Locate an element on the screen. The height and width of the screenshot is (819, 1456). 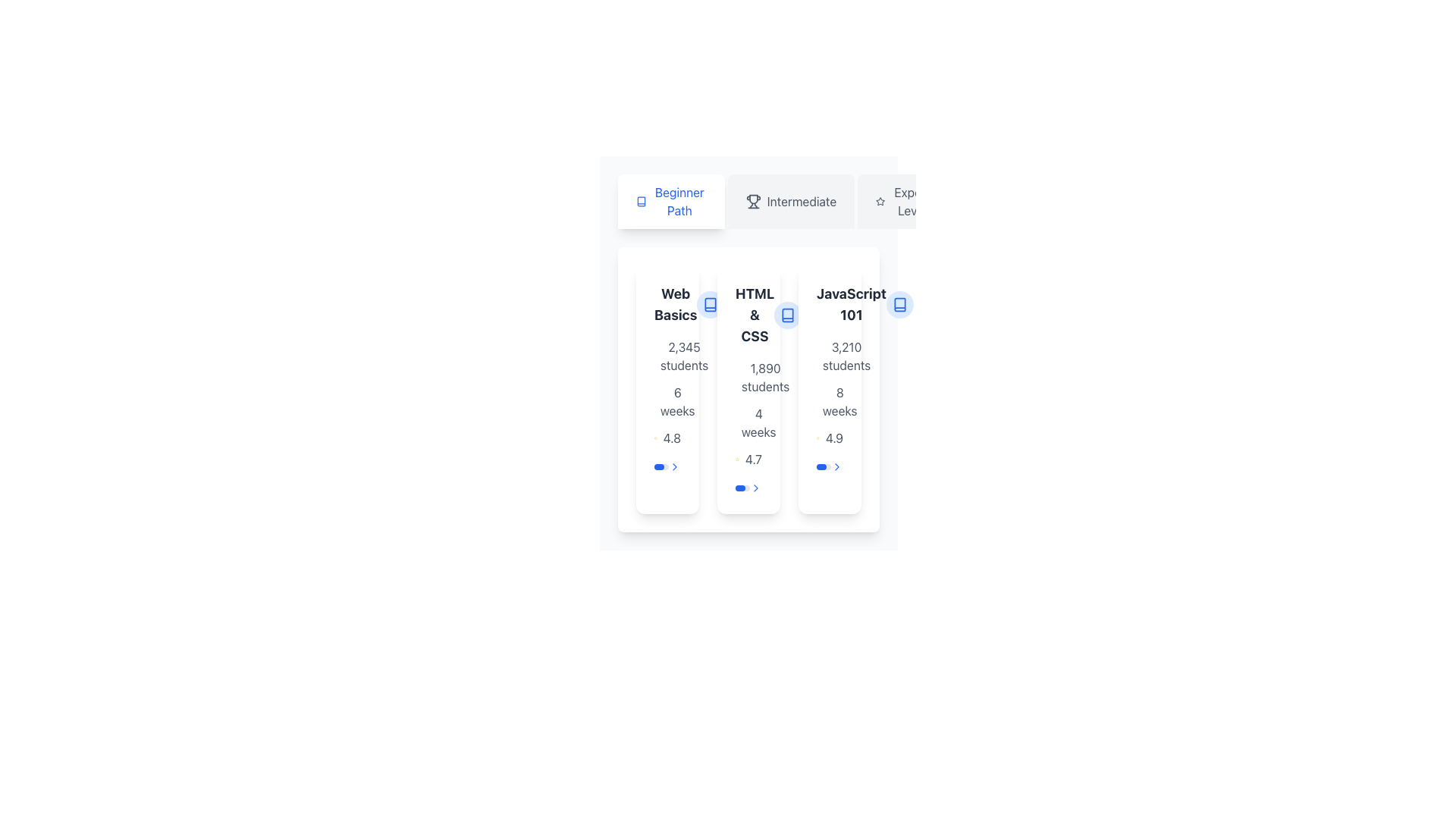
the star icon indicating a rating system located to the left of the text '4.9' in the 'JavaScript 101' card is located at coordinates (817, 438).